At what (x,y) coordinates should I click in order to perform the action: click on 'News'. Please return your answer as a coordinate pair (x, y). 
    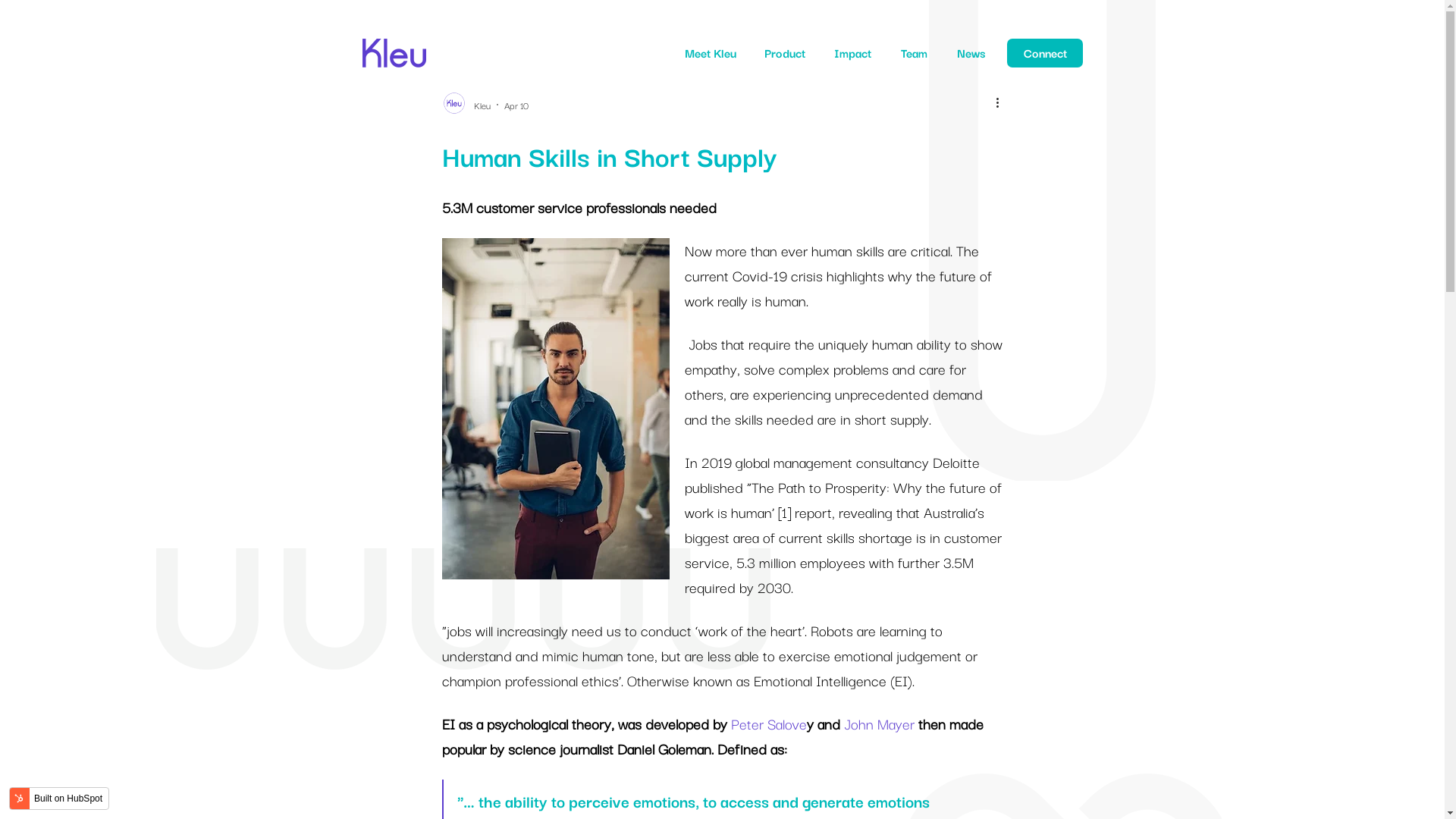
    Looking at the image, I should click on (956, 52).